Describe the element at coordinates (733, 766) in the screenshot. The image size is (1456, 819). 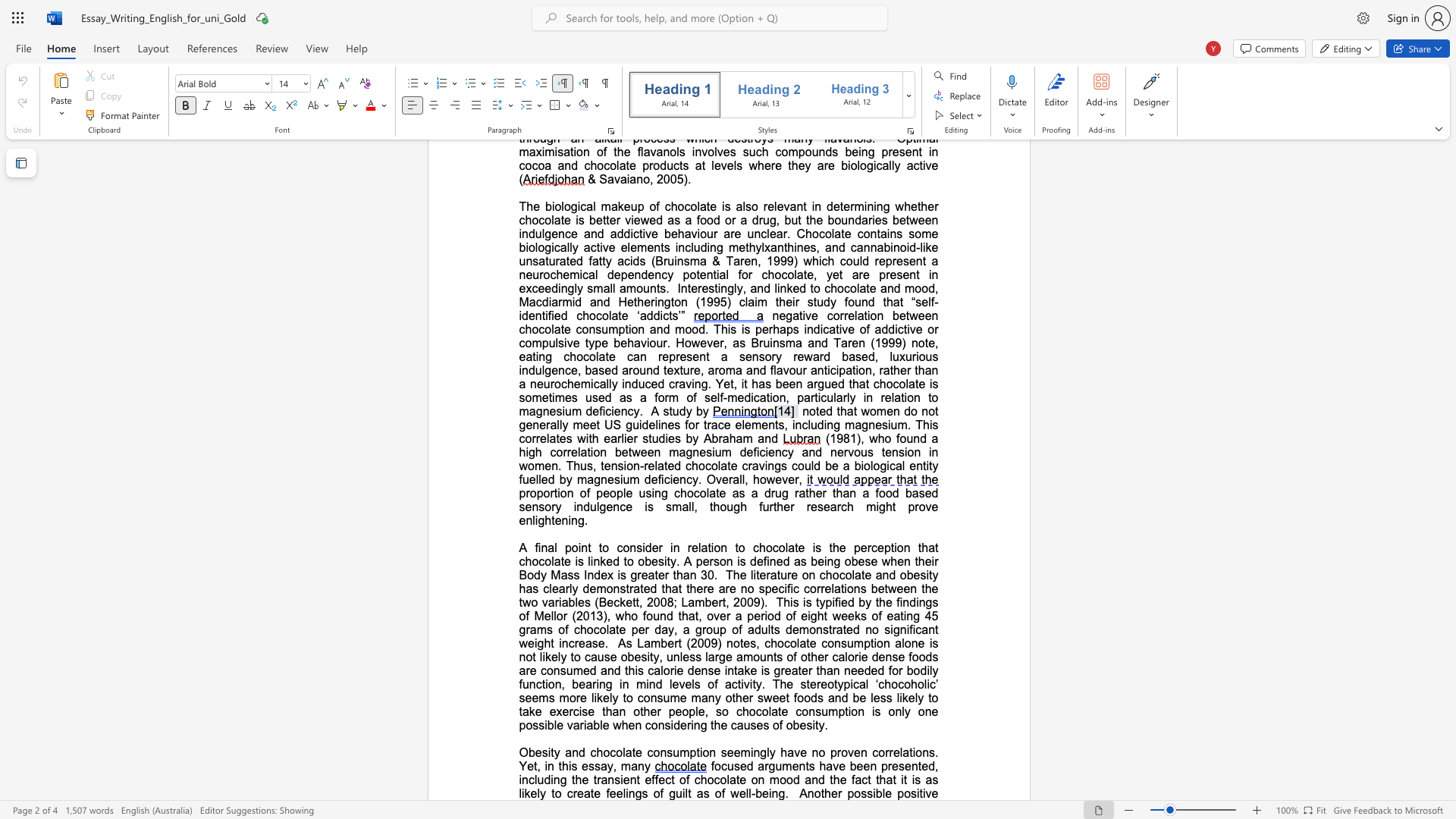
I see `the subset text "sed arguments have been presented, including the transient effect of chocol" within the text "focused arguments have been presented, including the transient effect of chocolate on mood and the fact that it is as likely to create feelings of guilt as of well-being"` at that location.